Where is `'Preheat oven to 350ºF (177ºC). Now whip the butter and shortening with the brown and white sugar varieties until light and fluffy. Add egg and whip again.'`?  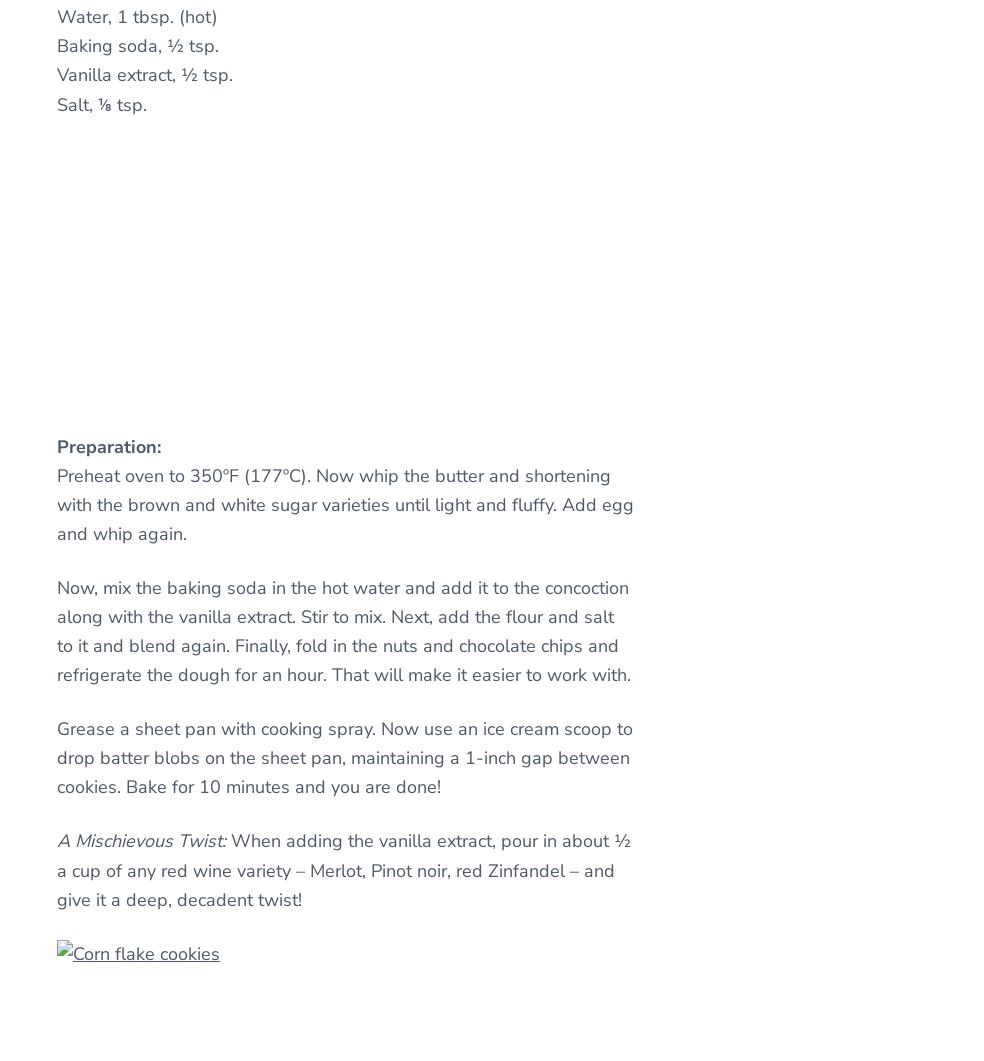
'Preheat oven to 350ºF (177ºC). Now whip the butter and shortening with the brown and white sugar varieties until light and fluffy. Add egg and whip again.' is located at coordinates (55, 503).